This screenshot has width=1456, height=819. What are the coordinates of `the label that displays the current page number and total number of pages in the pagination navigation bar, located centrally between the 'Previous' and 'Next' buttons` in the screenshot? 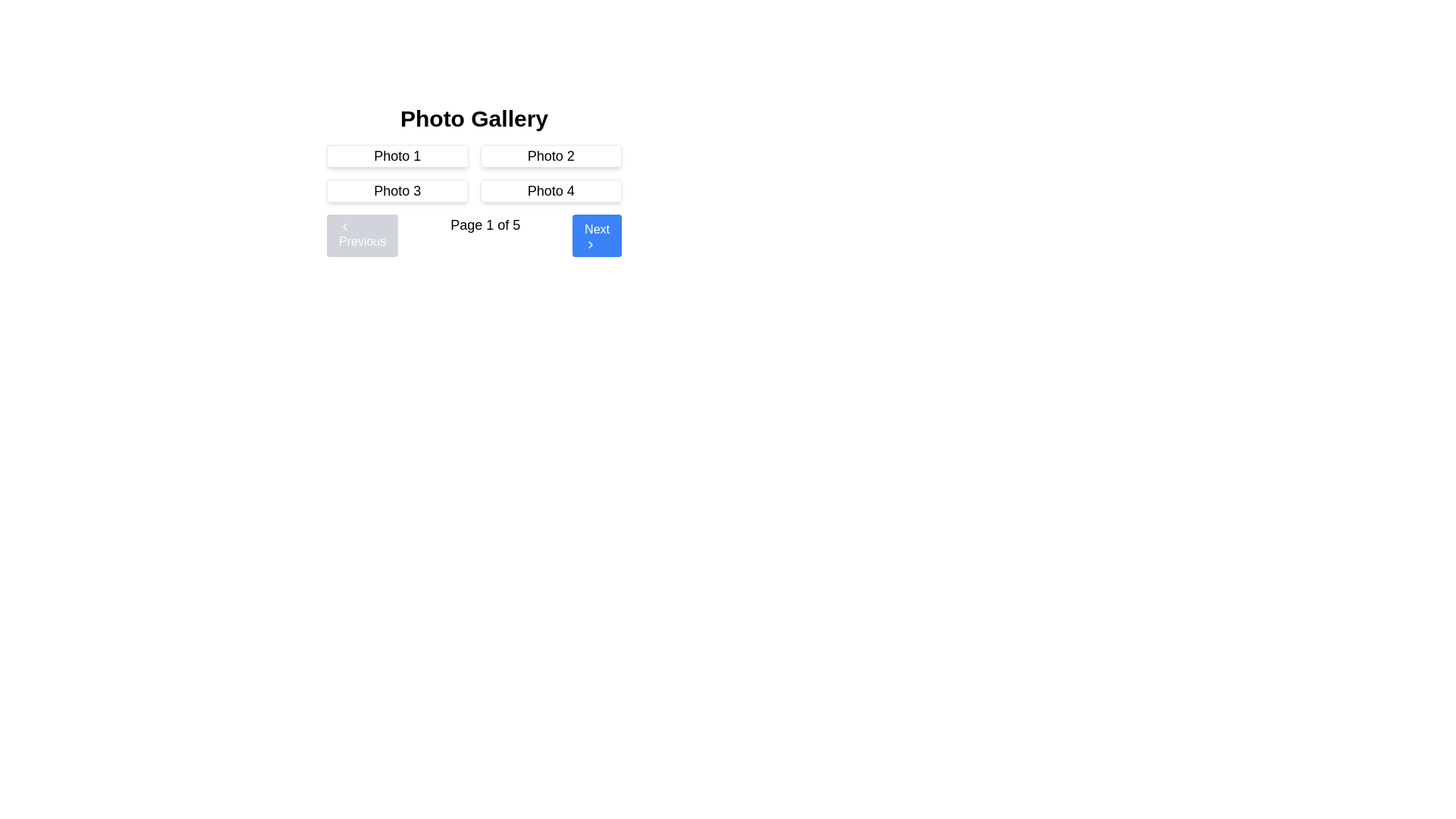 It's located at (485, 236).